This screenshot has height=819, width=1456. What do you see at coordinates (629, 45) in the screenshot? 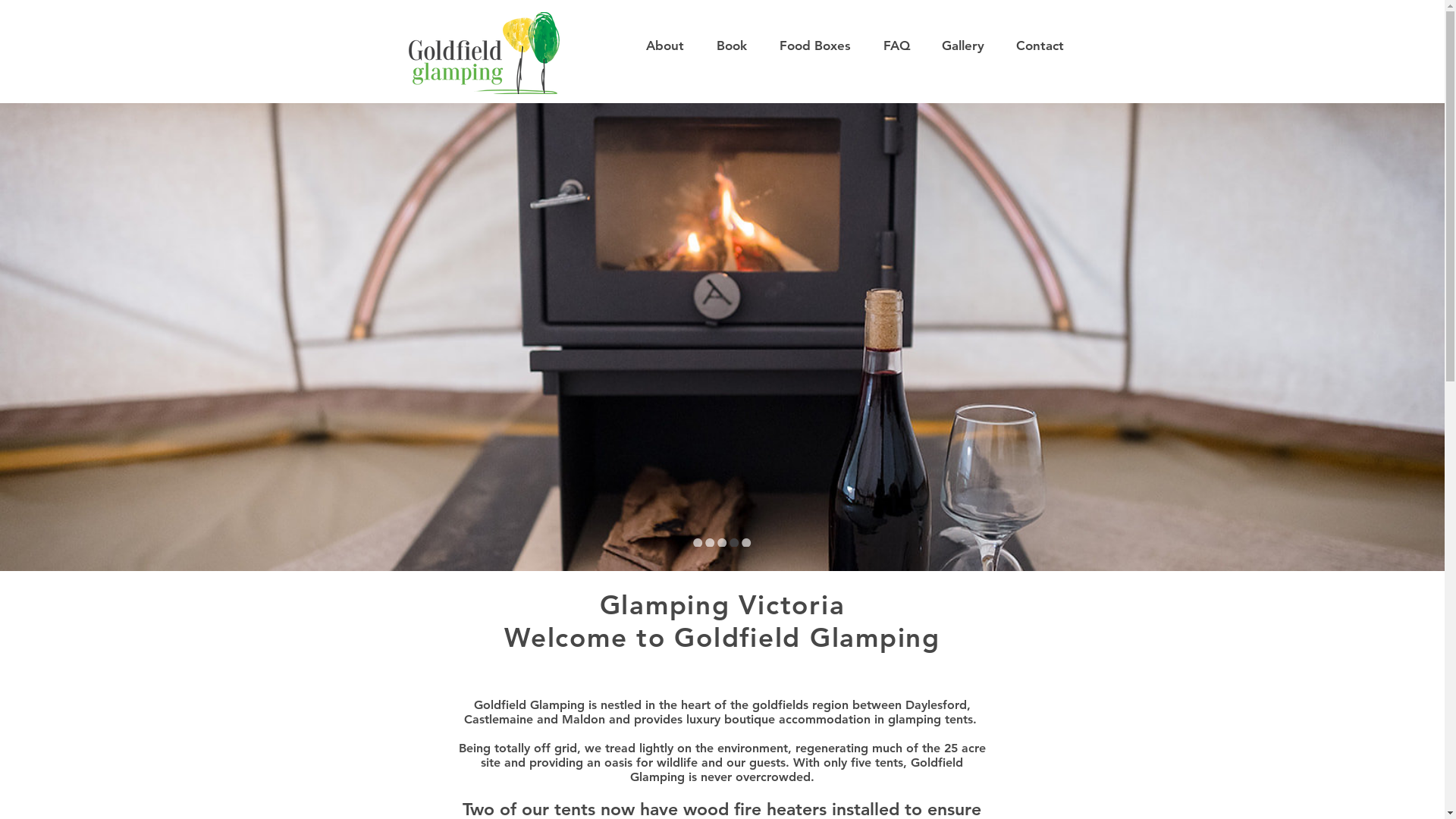
I see `'About'` at bounding box center [629, 45].